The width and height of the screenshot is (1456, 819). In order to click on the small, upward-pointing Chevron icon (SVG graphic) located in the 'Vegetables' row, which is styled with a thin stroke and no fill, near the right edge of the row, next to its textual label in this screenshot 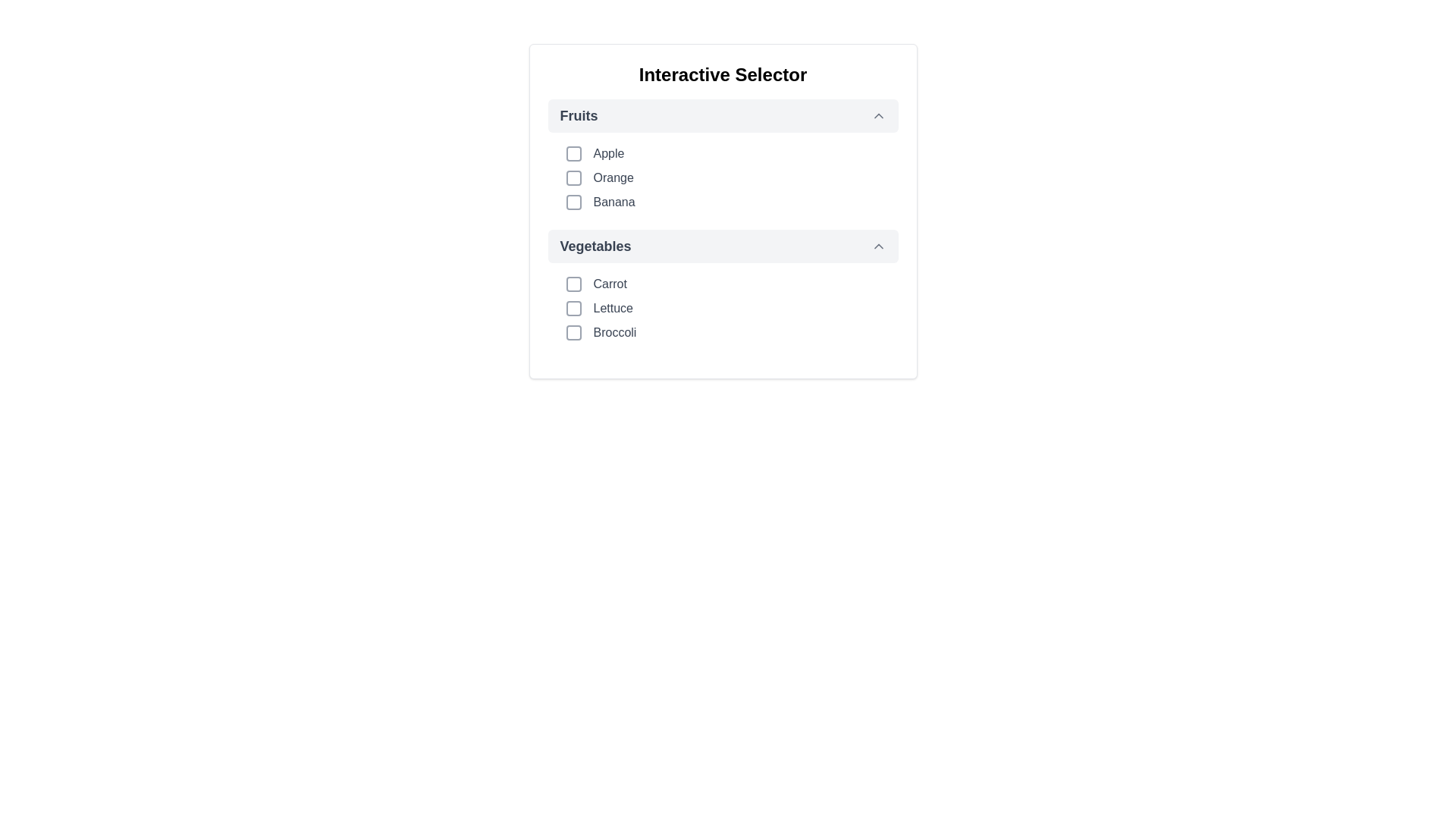, I will do `click(878, 245)`.